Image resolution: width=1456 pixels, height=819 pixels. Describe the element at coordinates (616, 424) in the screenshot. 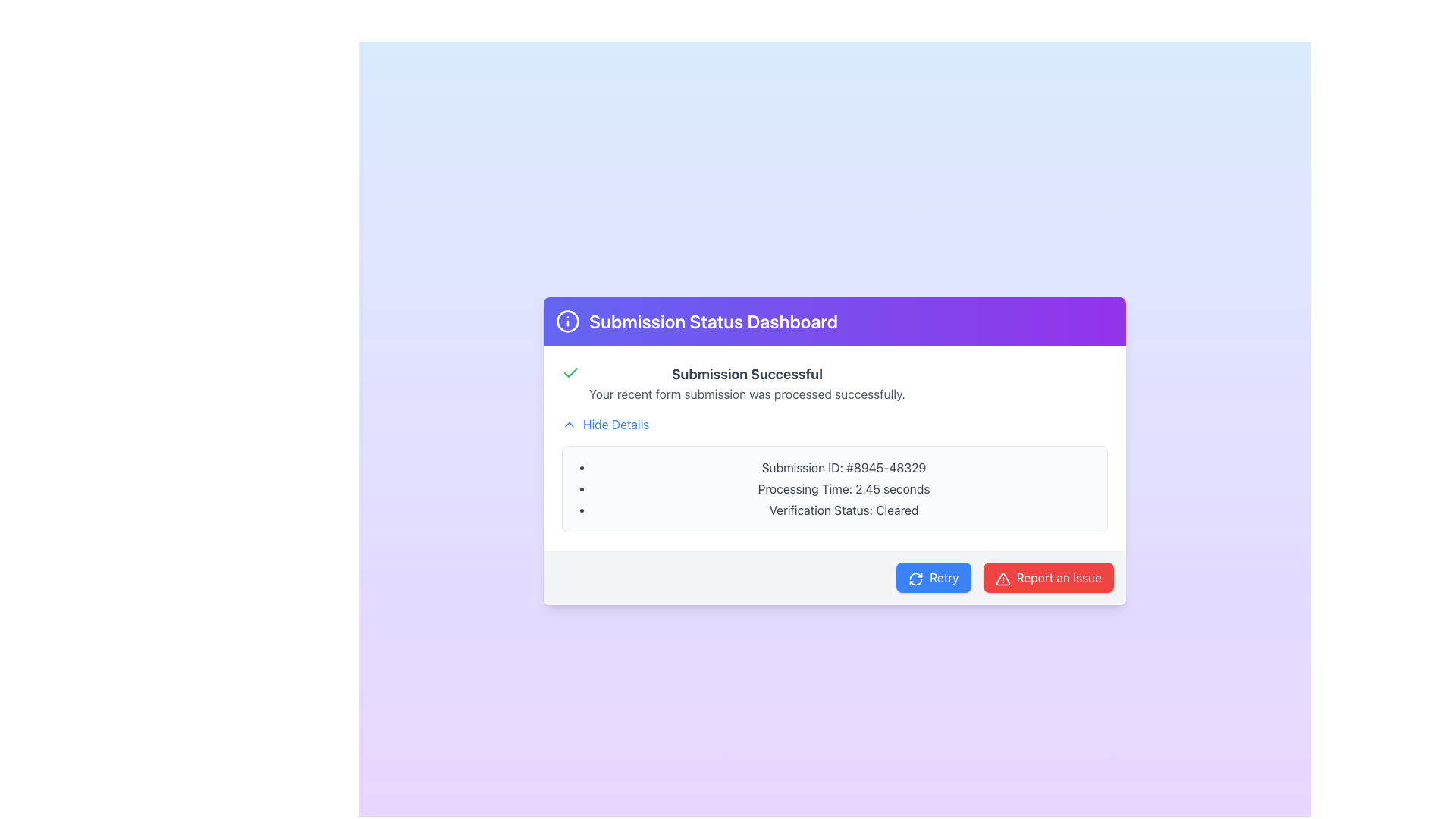

I see `the text label styled in blue color with the text 'Hide Details', which is centrally located within the clickable area and aligned to the right of a chevron-up icon` at that location.